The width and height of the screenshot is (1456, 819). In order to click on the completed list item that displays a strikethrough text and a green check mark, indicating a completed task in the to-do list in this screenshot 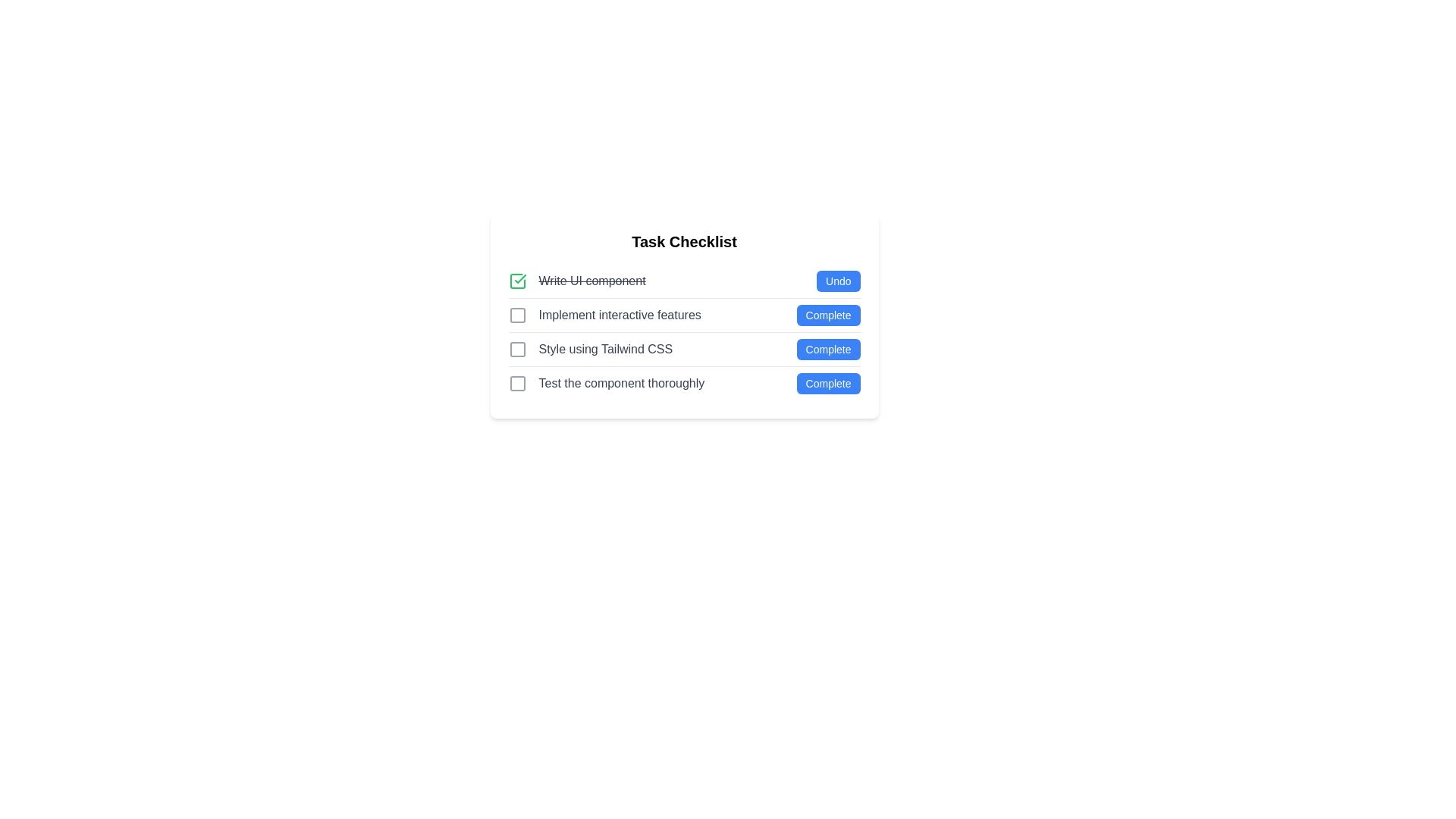, I will do `click(576, 281)`.